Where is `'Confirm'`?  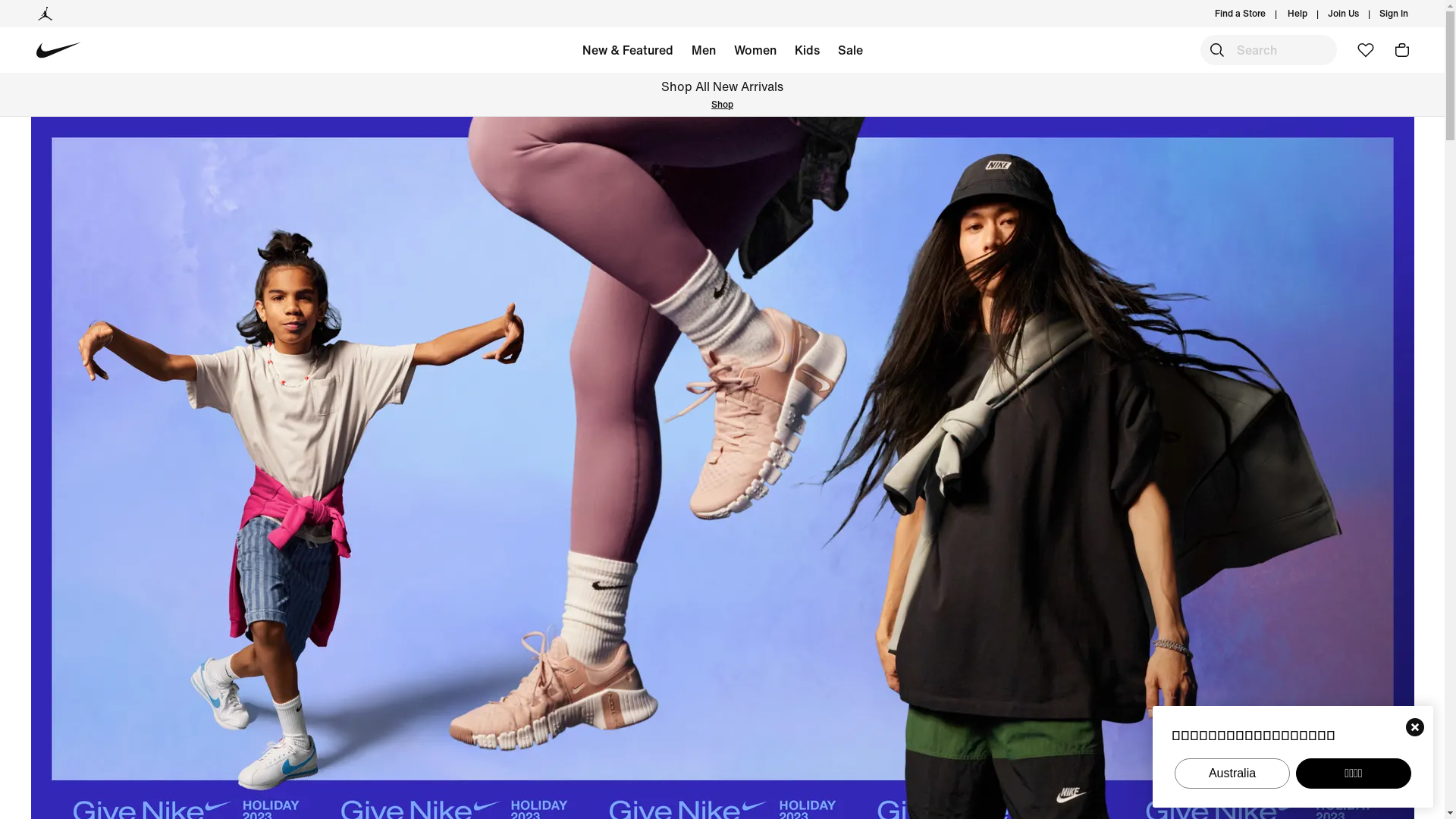
'Confirm' is located at coordinates (1414, 726).